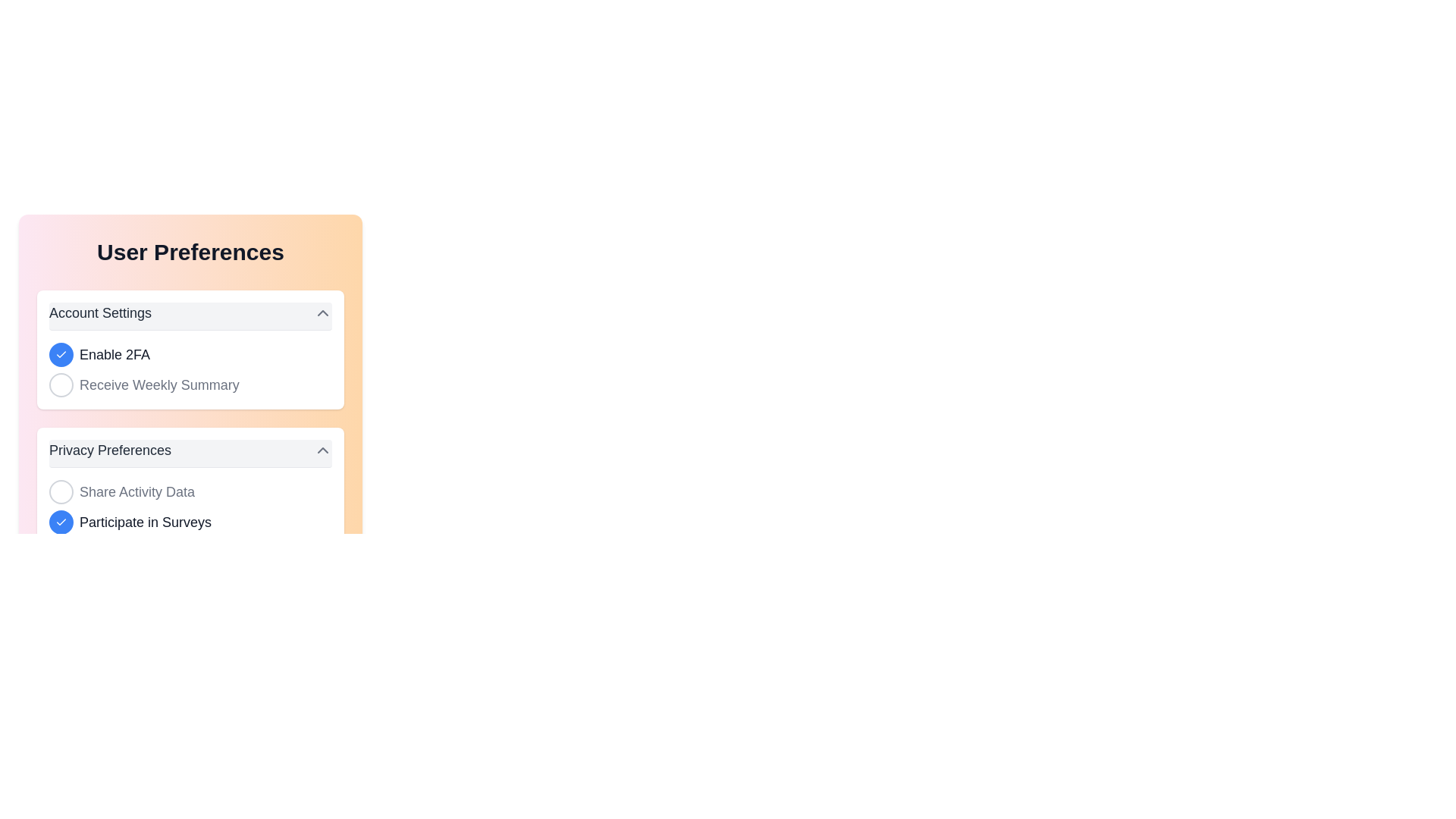 This screenshot has width=1456, height=819. Describe the element at coordinates (137, 491) in the screenshot. I see `the text label describing the option for sharing activity data, located in the 'Privacy Preferences' section, to the right of the circular radio button` at that location.